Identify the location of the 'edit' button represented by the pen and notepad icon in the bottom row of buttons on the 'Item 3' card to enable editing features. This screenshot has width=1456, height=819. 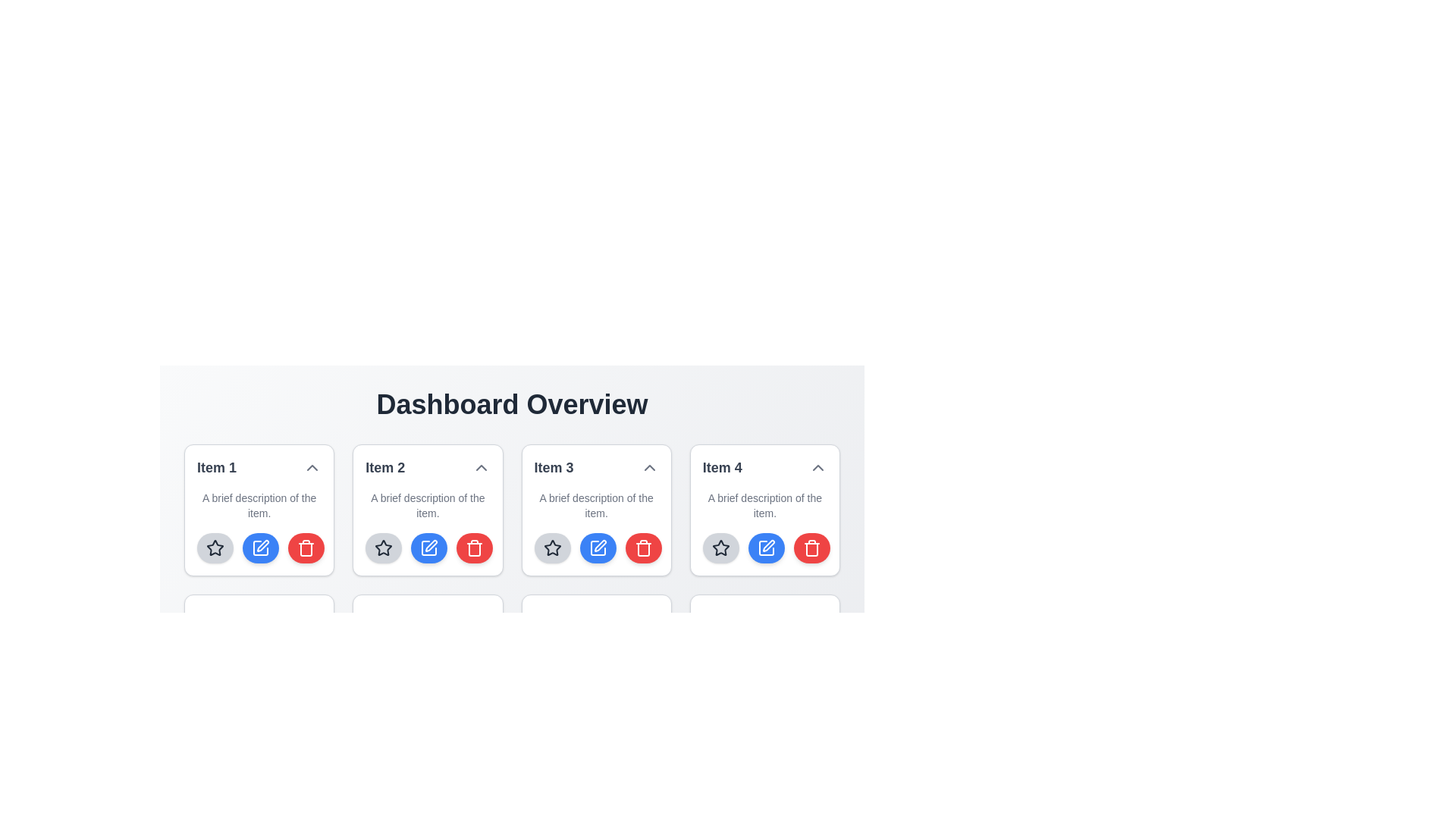
(595, 548).